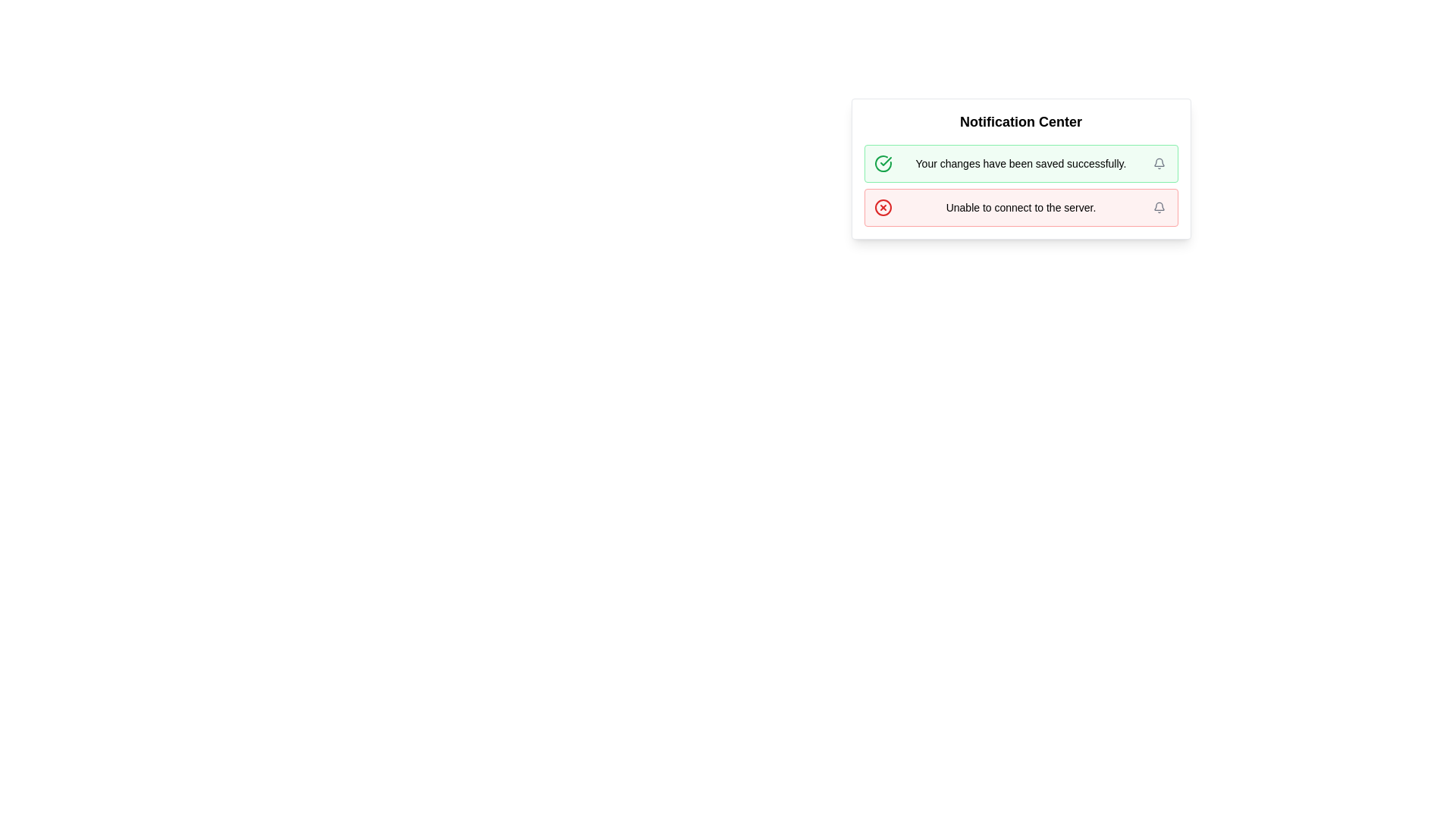 The width and height of the screenshot is (1456, 819). I want to click on the text label displaying 'Unable to connect to the server.' located in the second notification entry of the 'Notification Center', so click(1021, 207).